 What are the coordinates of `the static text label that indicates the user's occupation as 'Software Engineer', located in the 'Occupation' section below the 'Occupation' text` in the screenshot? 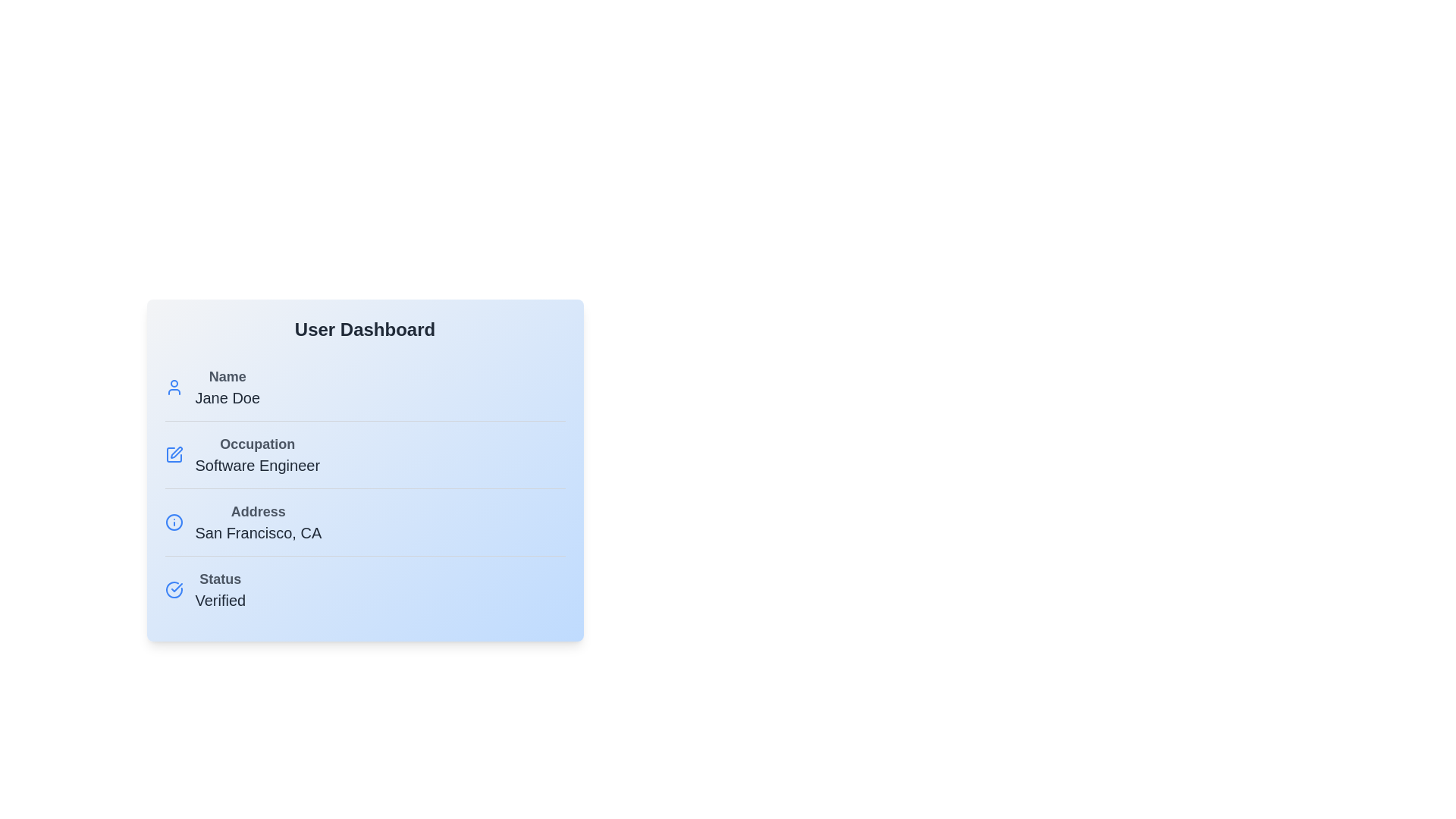 It's located at (257, 464).